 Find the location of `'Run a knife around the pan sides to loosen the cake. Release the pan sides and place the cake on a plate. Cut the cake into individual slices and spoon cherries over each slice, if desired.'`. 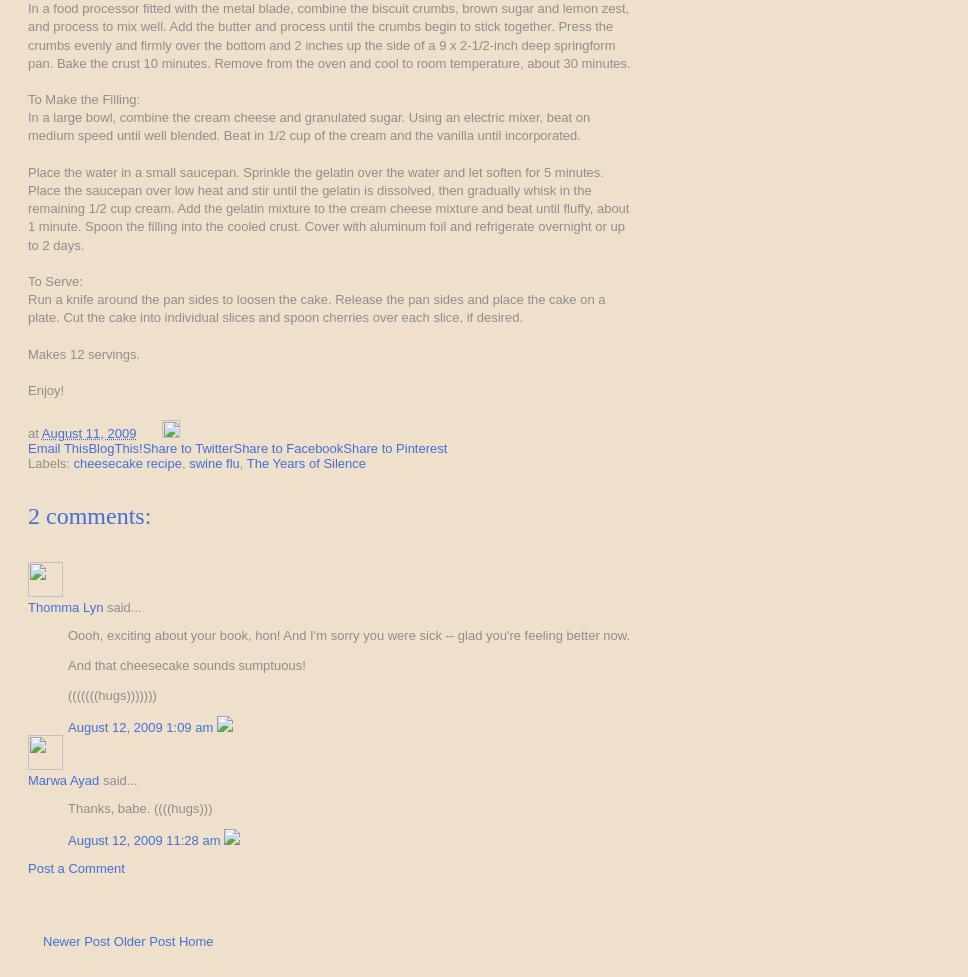

'Run a knife around the pan sides to loosen the cake. Release the pan sides and place the cake on a plate. Cut the cake into individual slices and spoon cherries over each slice, if desired.' is located at coordinates (315, 307).